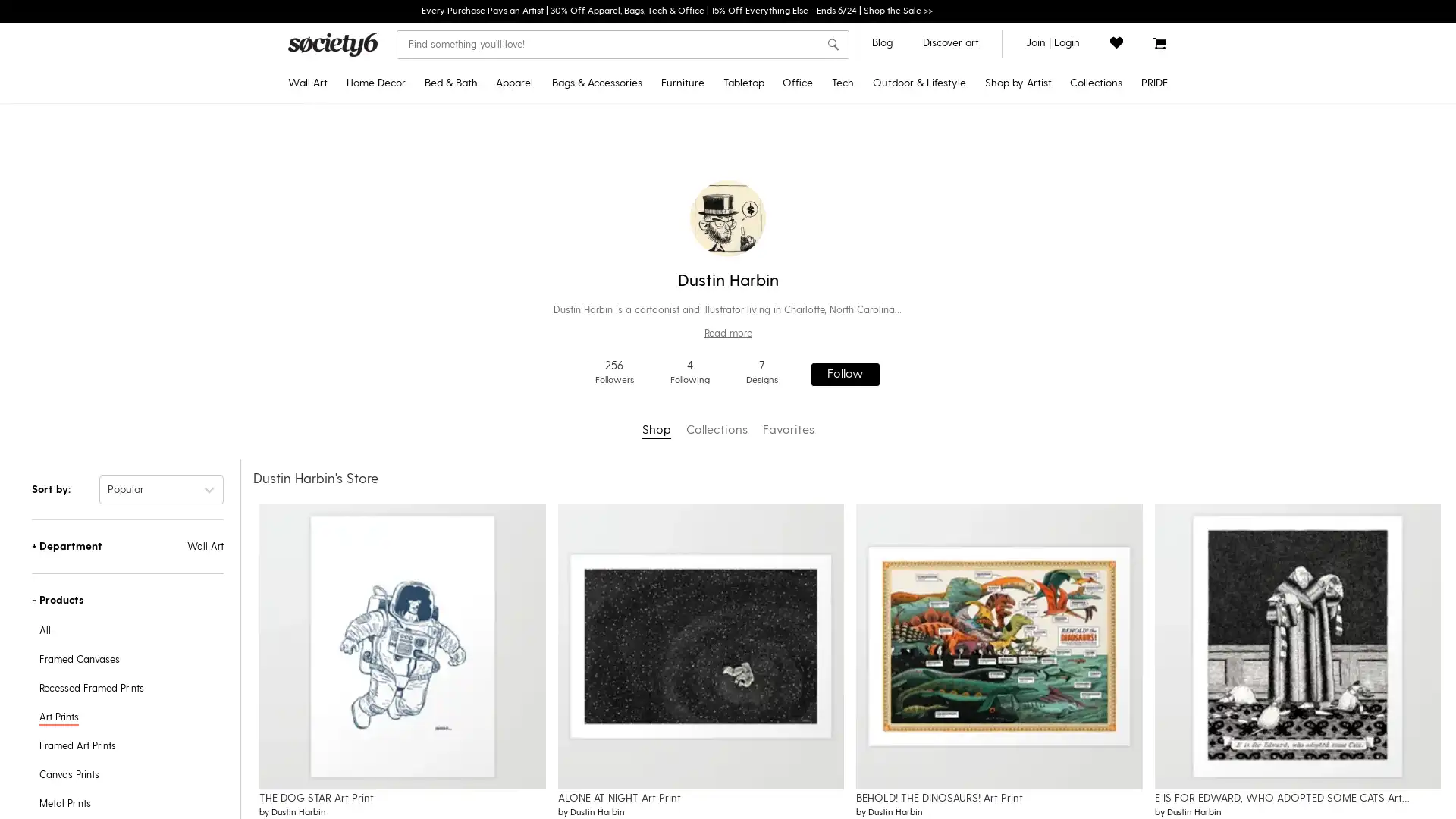 This screenshot has width=1456, height=819. What do you see at coordinates (843, 374) in the screenshot?
I see `Follow` at bounding box center [843, 374].